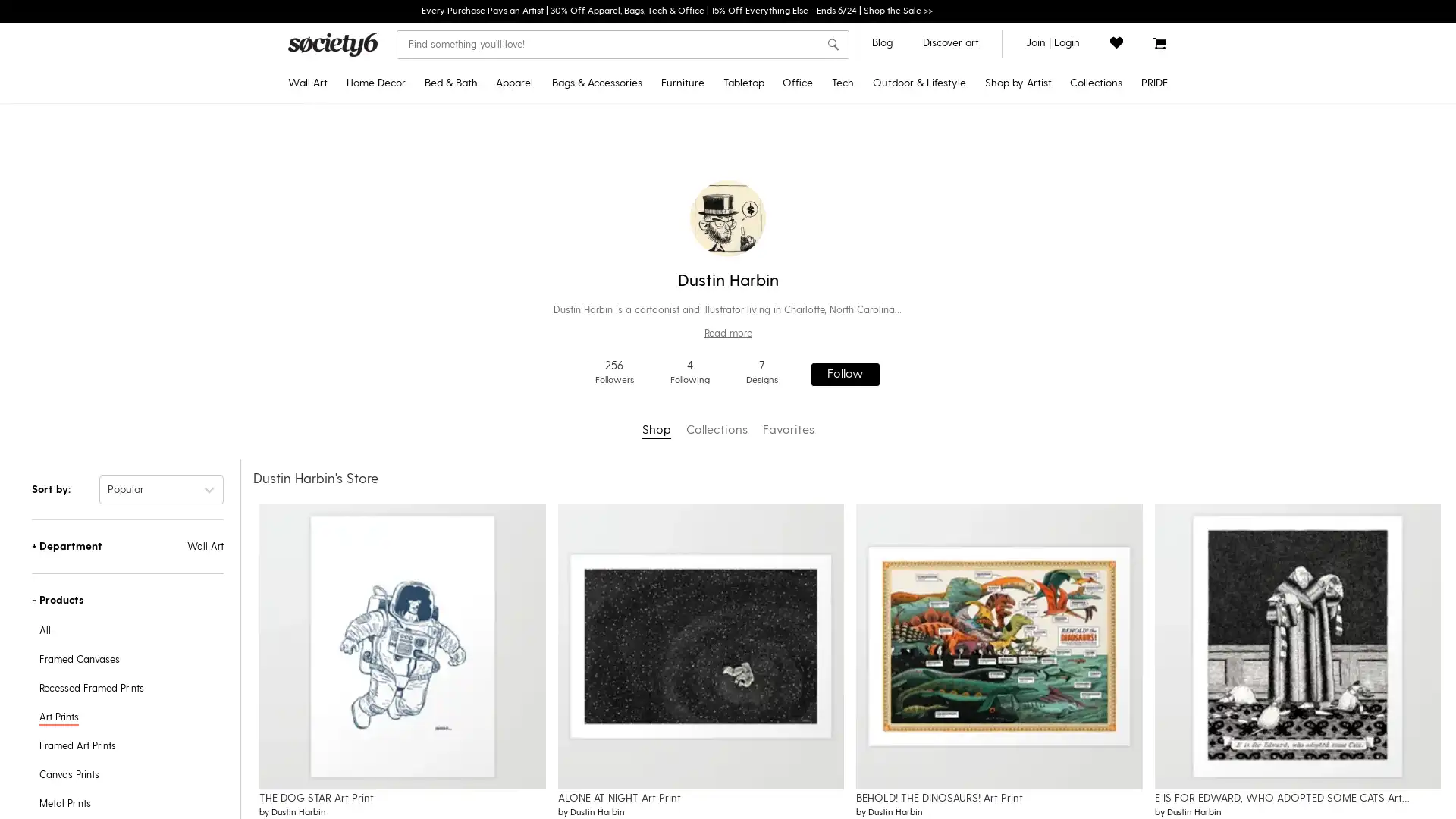 This screenshot has width=1456, height=819. What do you see at coordinates (843, 374) in the screenshot?
I see `Follow` at bounding box center [843, 374].